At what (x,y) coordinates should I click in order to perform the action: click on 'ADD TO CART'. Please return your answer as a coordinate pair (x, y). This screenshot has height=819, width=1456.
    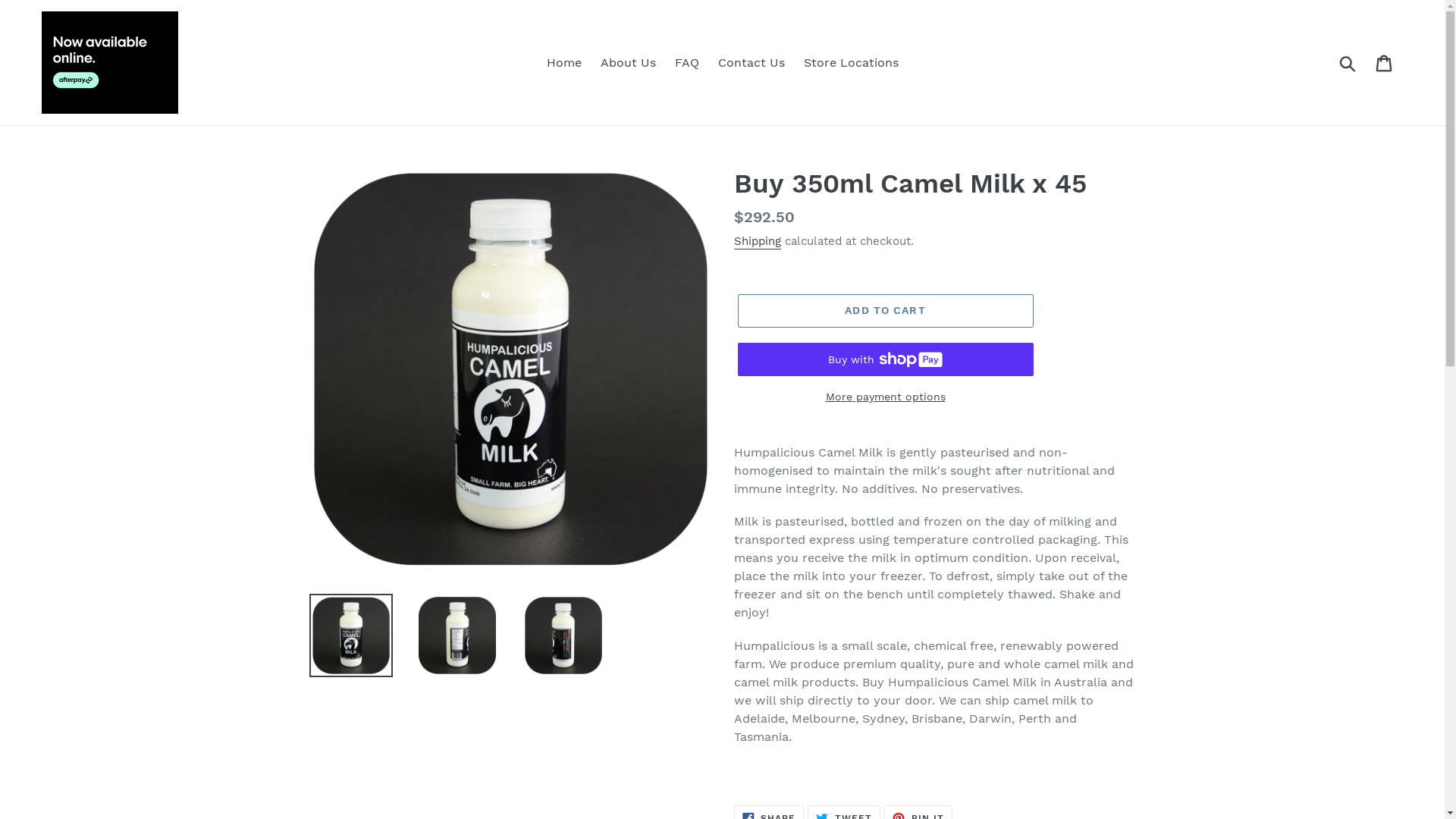
    Looking at the image, I should click on (884, 309).